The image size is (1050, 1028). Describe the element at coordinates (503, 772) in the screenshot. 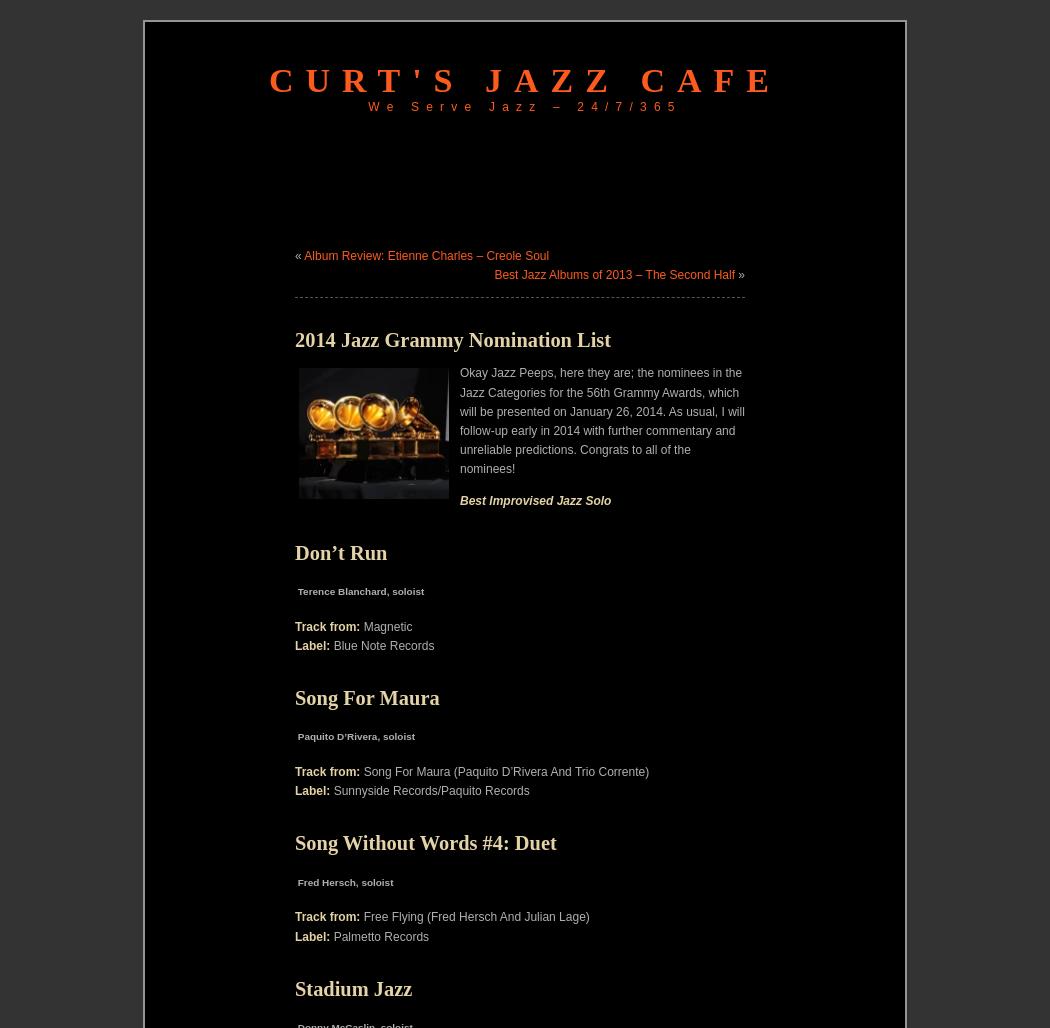

I see `'Song For Maura (Paquito D’Rivera And Trio Corrente)'` at that location.